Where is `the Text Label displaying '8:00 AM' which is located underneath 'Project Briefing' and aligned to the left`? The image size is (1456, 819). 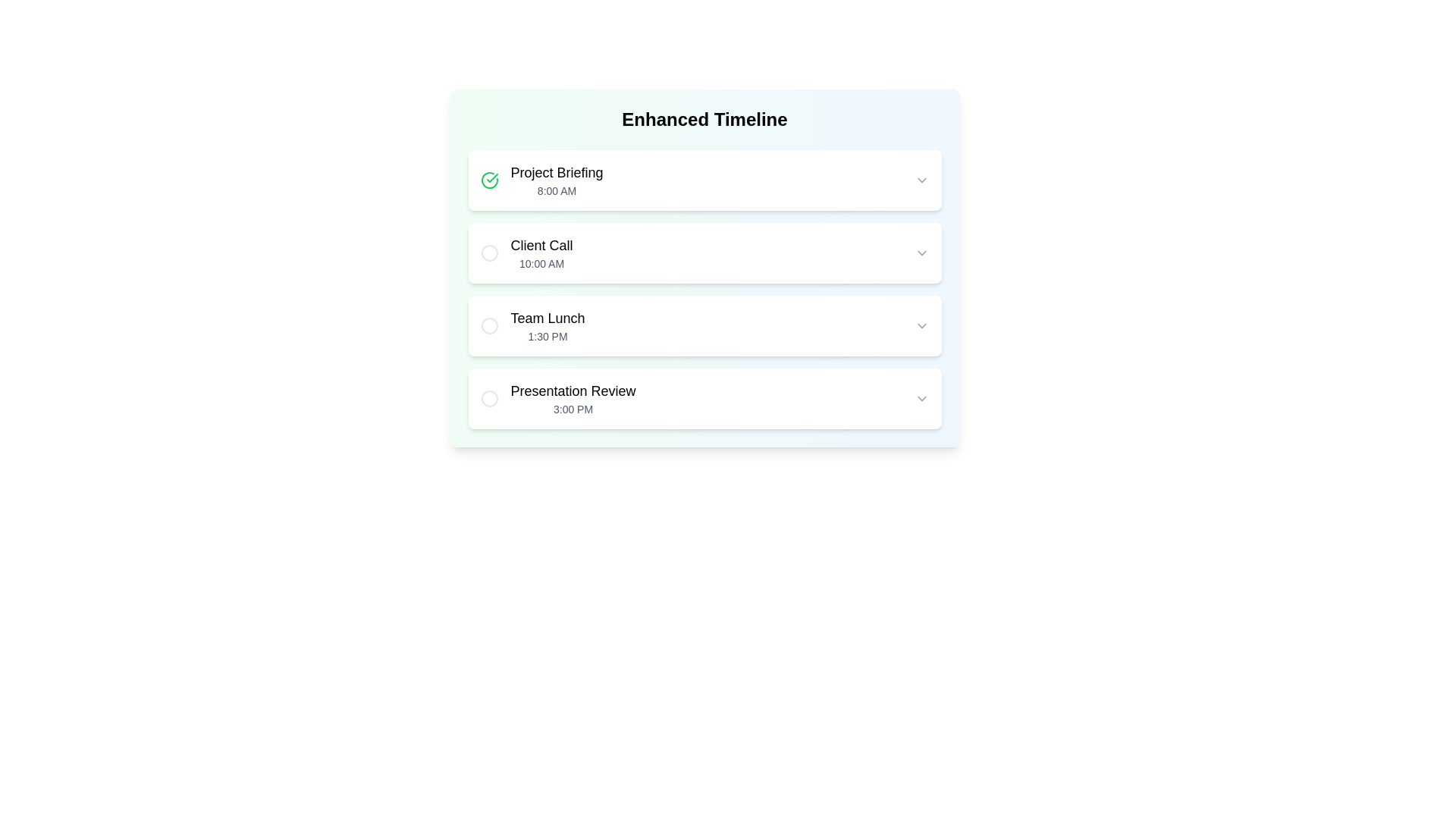 the Text Label displaying '8:00 AM' which is located underneath 'Project Briefing' and aligned to the left is located at coordinates (556, 190).